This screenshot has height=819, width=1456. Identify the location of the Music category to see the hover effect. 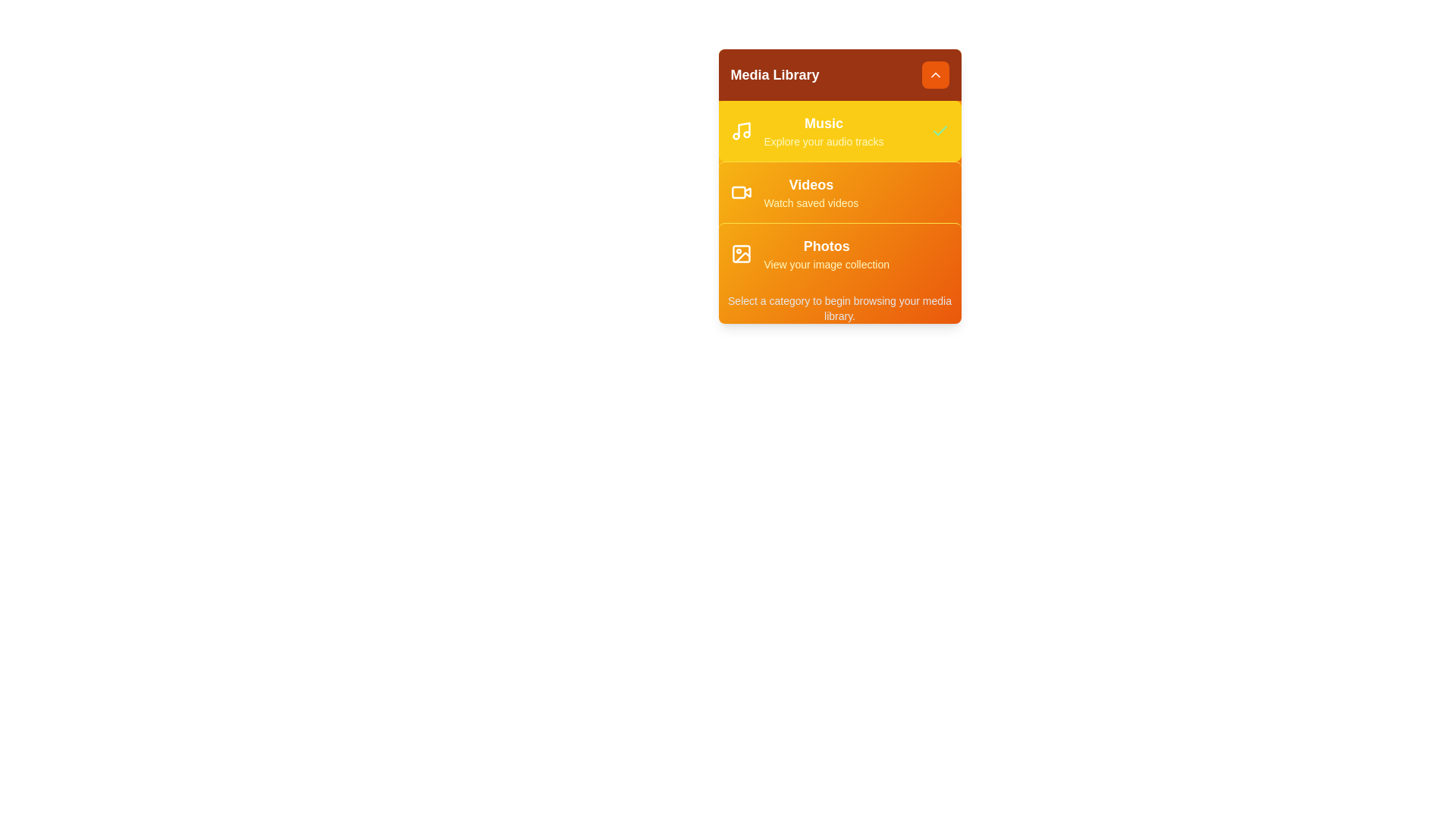
(839, 130).